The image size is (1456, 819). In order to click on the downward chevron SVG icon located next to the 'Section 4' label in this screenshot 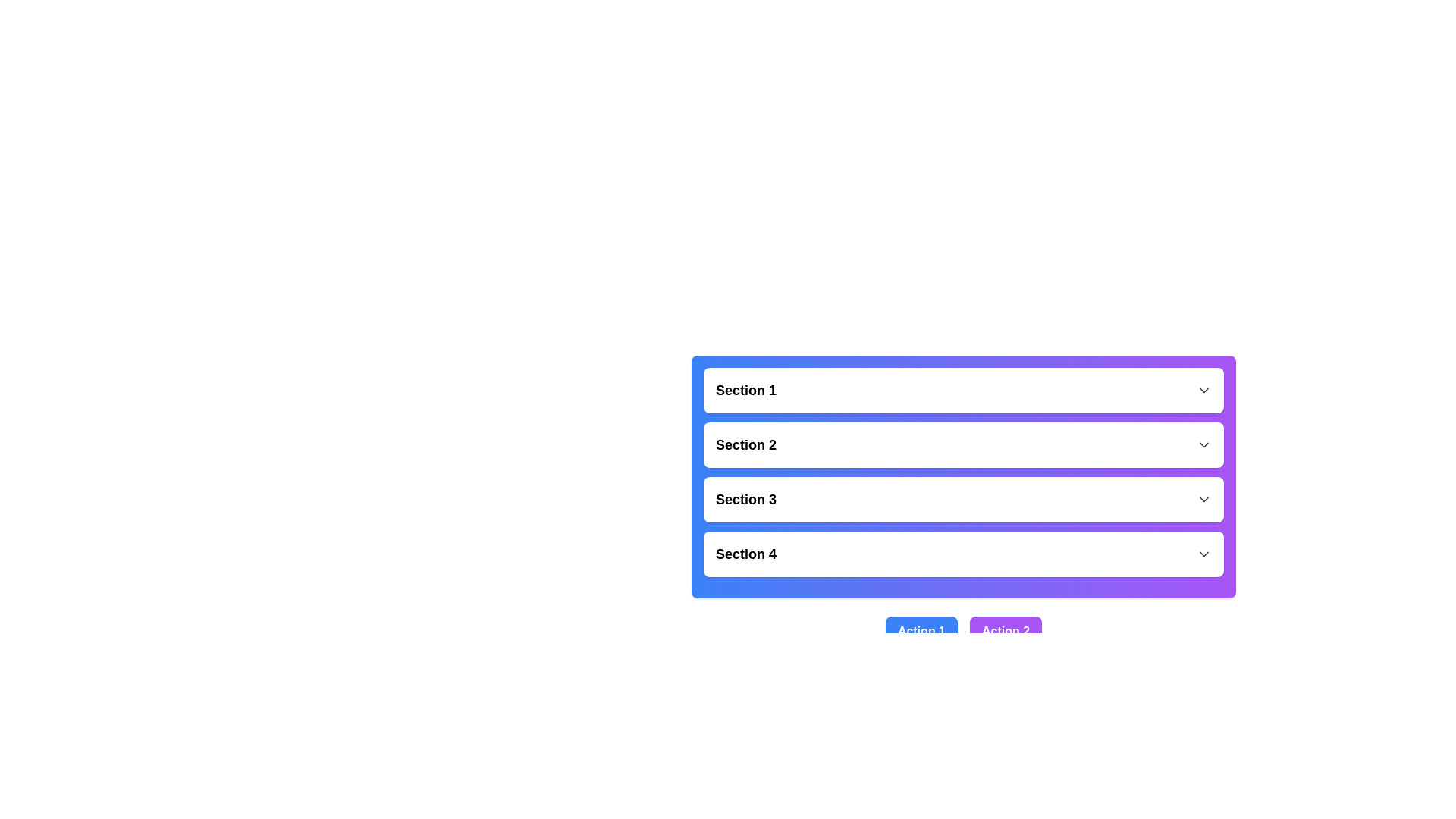, I will do `click(1203, 554)`.